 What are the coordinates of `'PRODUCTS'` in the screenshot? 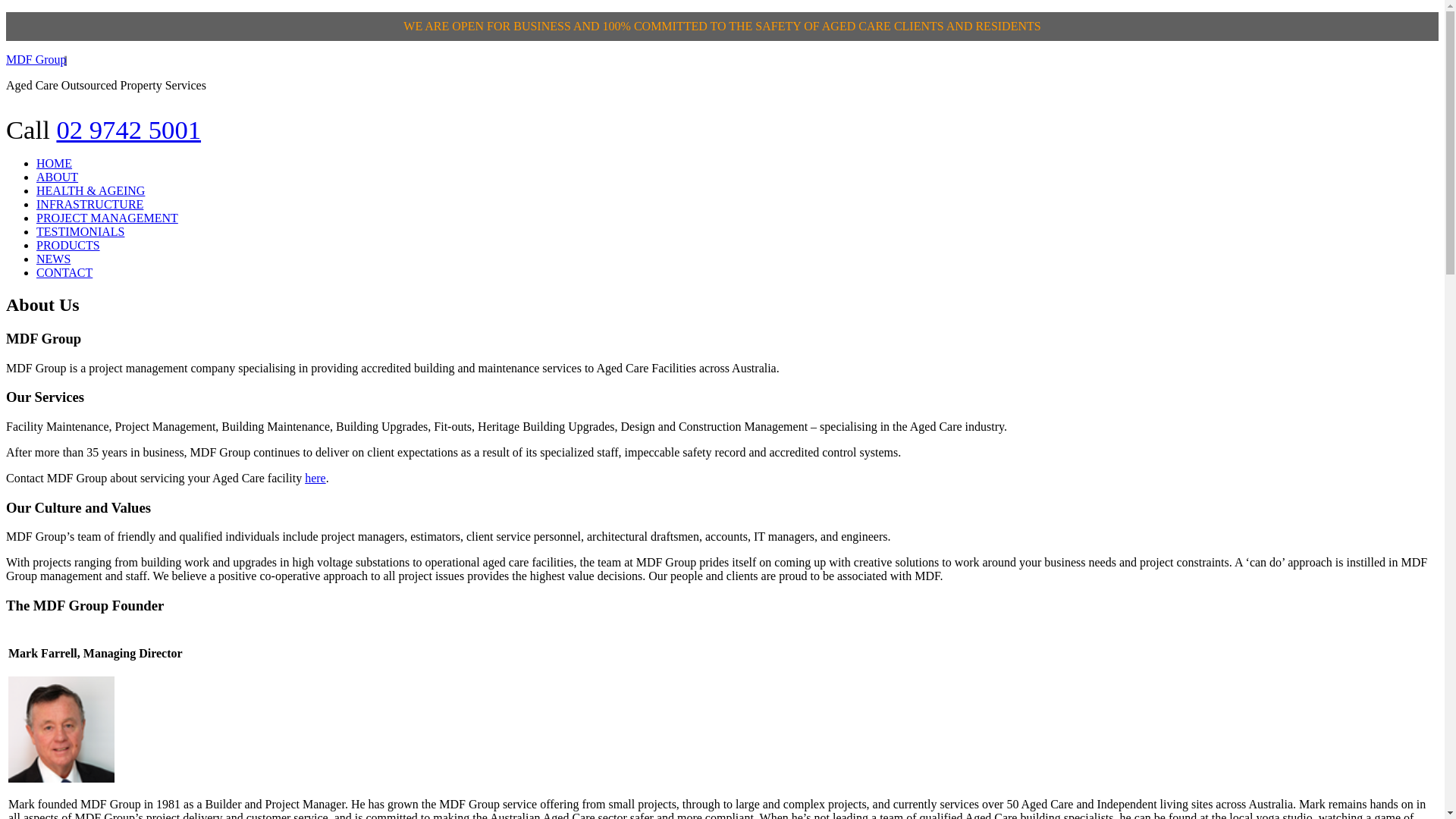 It's located at (36, 244).